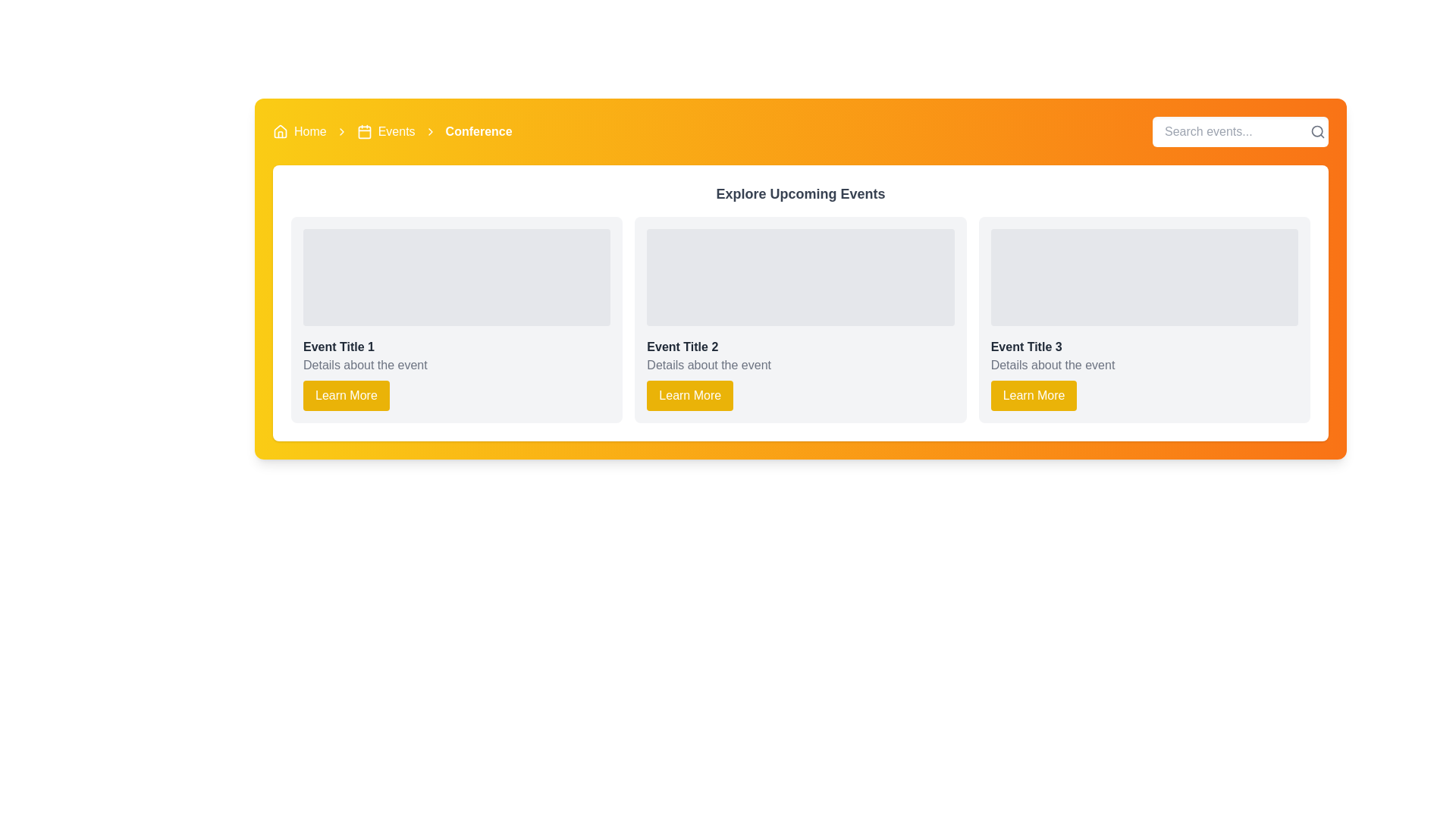 This screenshot has height=819, width=1456. I want to click on the navigational link in the breadcrumb trail between 'Home' and 'Conference', so click(386, 130).